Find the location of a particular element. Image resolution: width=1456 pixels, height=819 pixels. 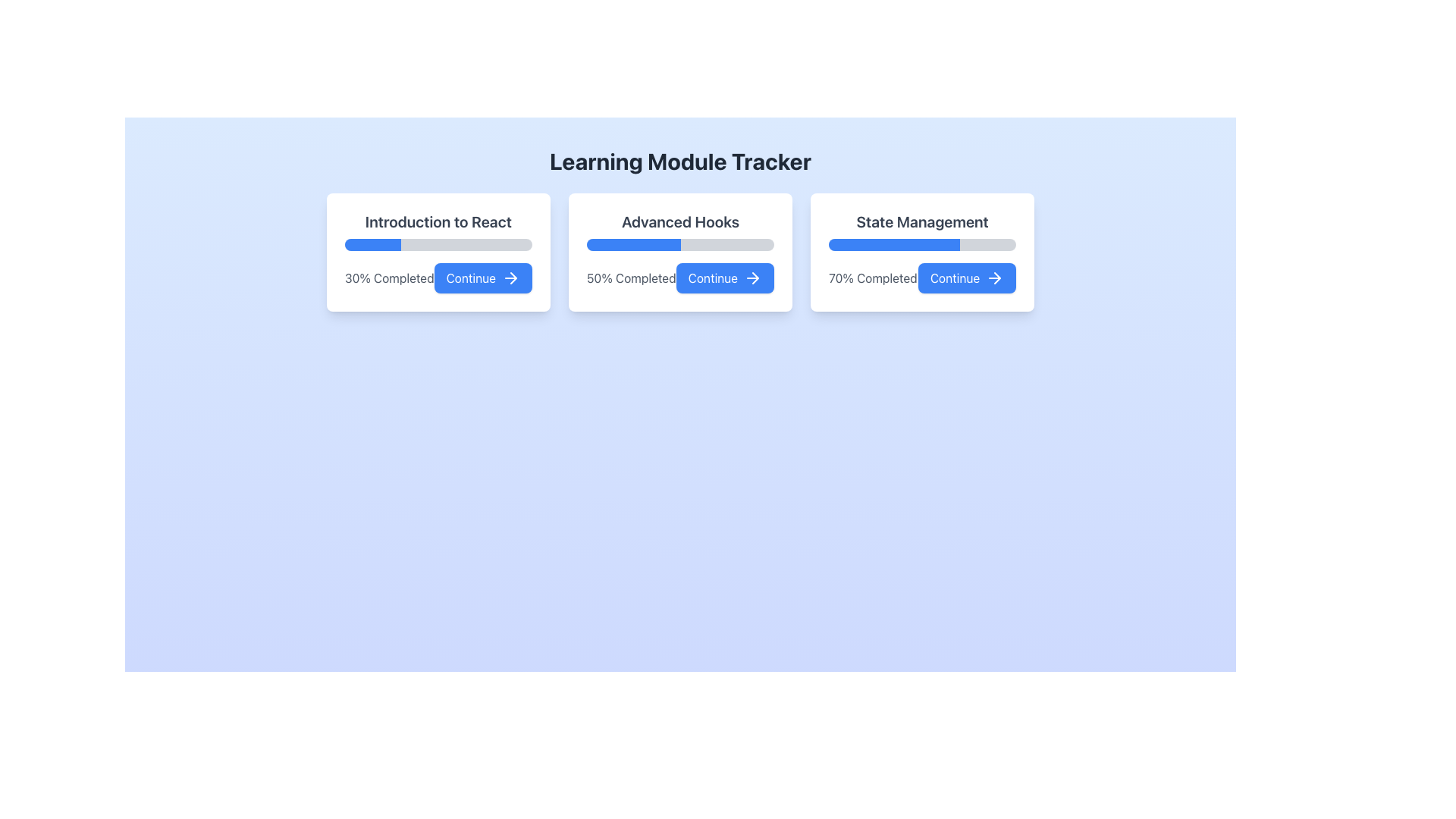

the 'State Management' text label, which is styled with a larger font size, bold typeface, and dark gray color, positioned at the top of the module card with a white background is located at coordinates (921, 222).